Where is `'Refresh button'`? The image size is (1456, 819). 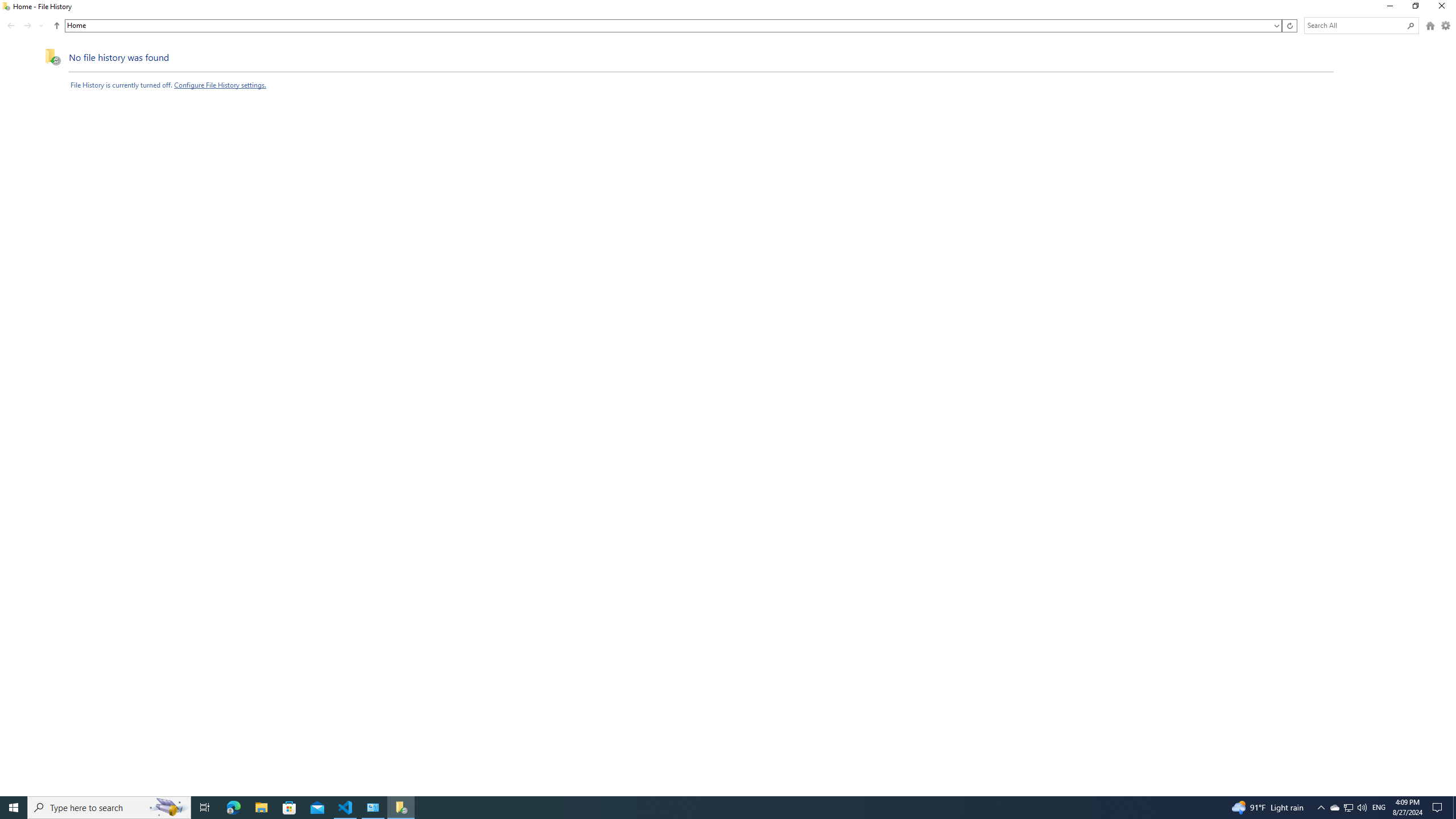
'Refresh button' is located at coordinates (1289, 26).